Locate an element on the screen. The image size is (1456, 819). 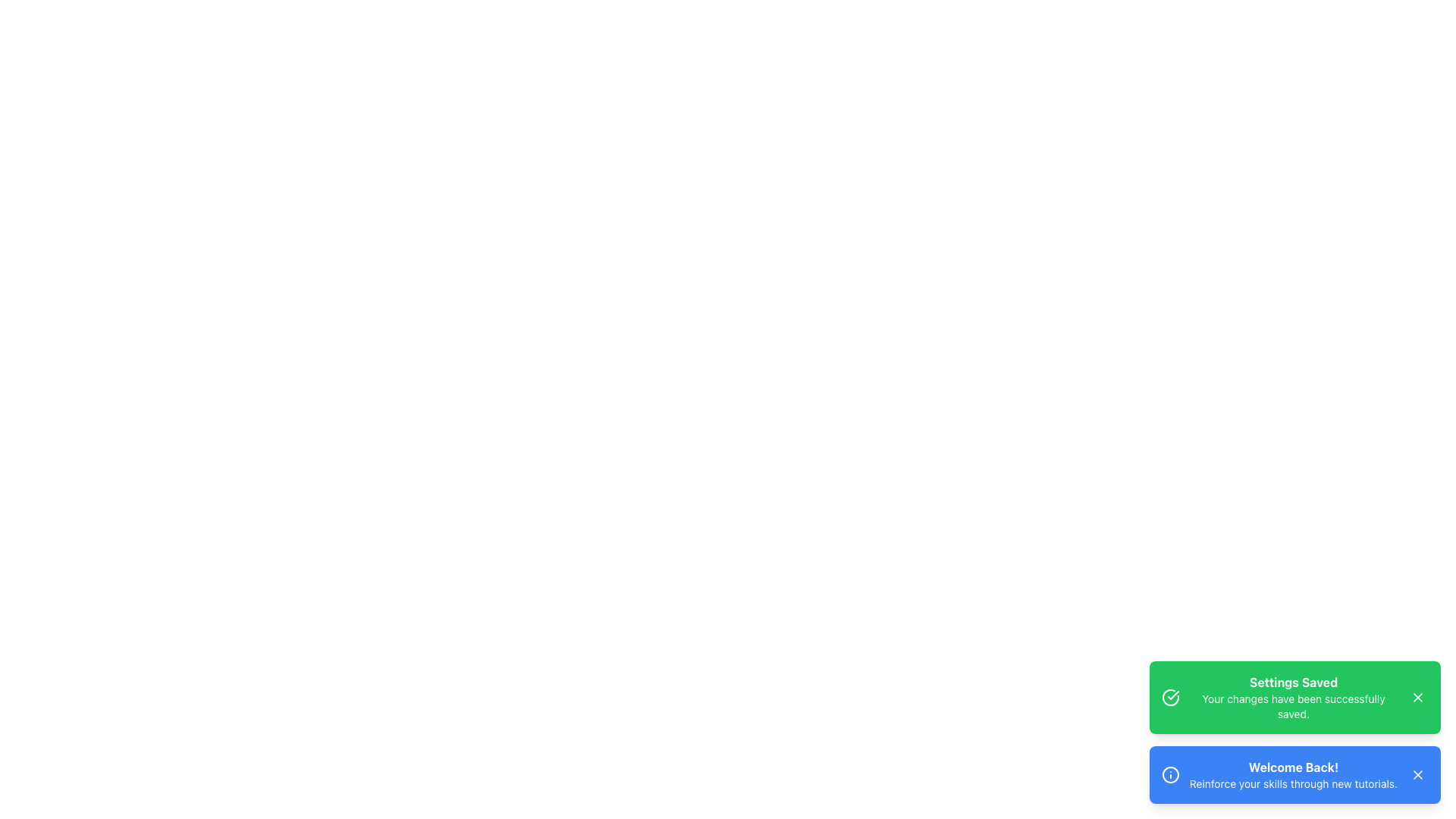
the bold text displaying 'Welcome Back!' in white font on a blue background, located at the top of the bottom notification banner is located at coordinates (1292, 767).